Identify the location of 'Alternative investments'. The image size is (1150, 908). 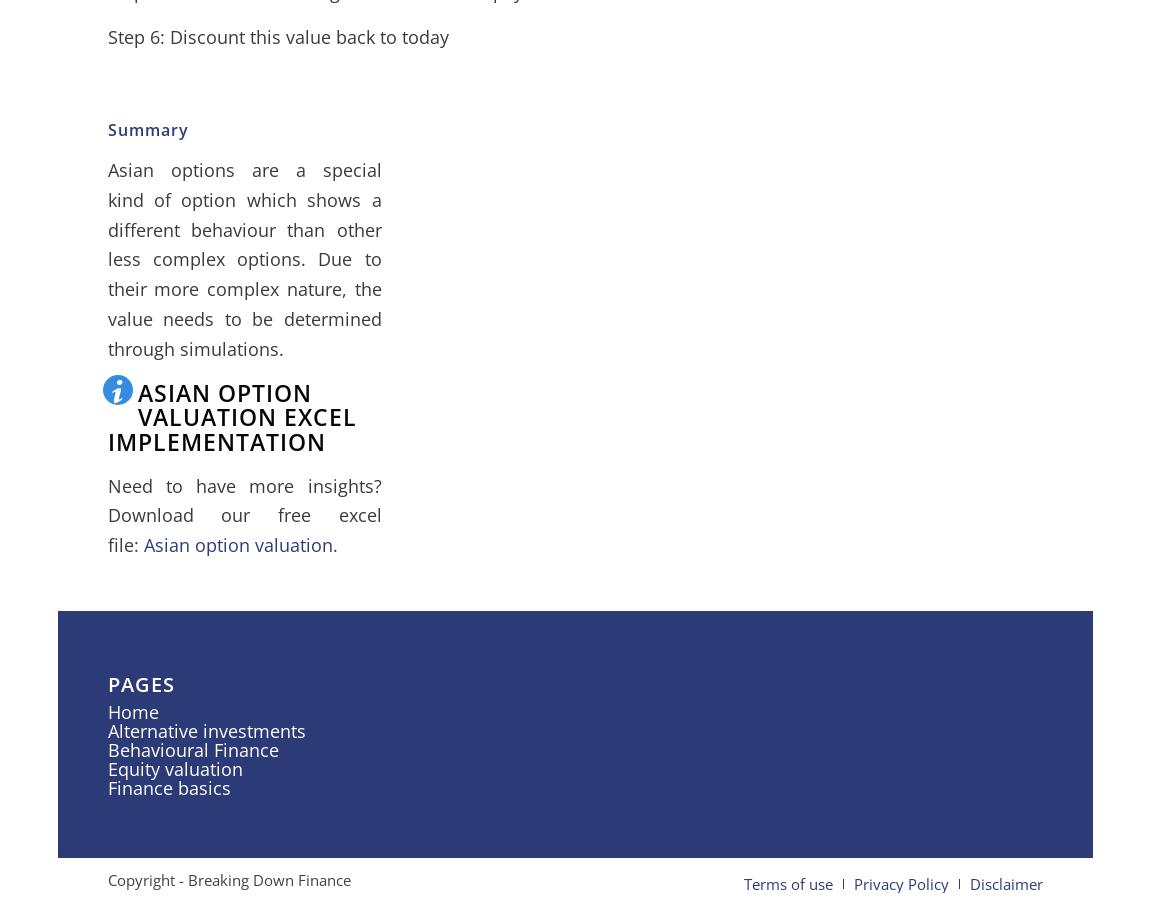
(204, 731).